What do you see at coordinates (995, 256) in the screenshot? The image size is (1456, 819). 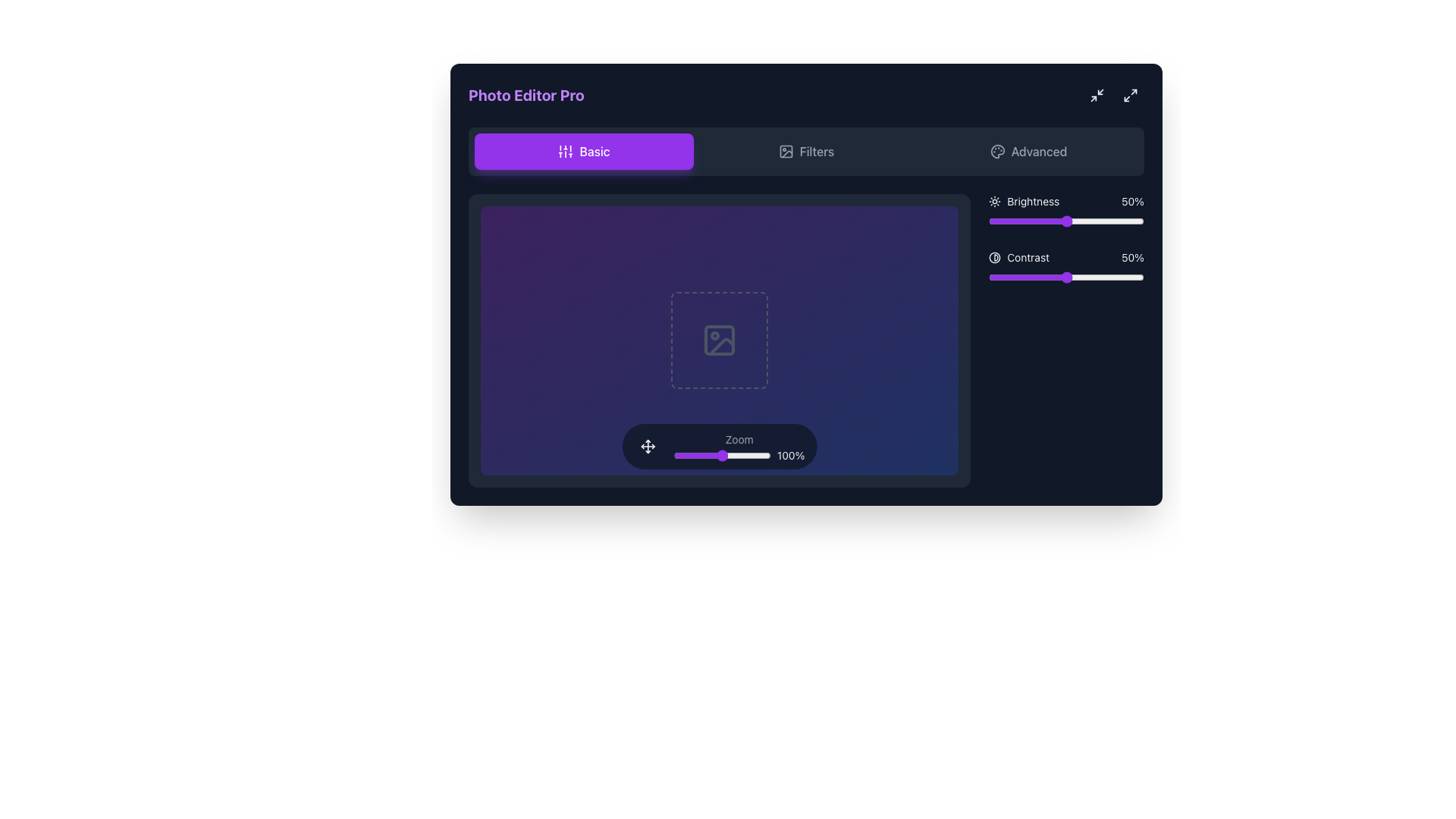 I see `the small circular contrast adjustment icon located to the left of the word 'Contrast' in the Basic adjustments section of the right panel` at bounding box center [995, 256].